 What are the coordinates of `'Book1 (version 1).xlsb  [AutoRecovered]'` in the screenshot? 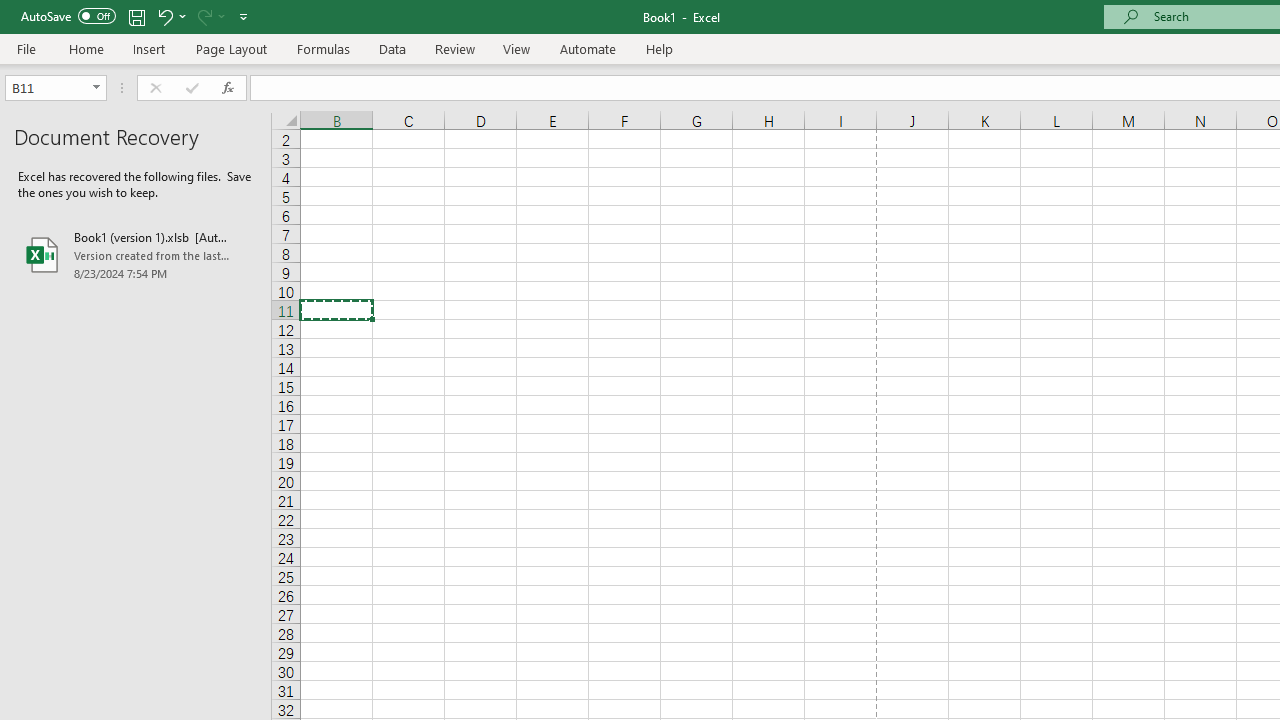 It's located at (135, 253).